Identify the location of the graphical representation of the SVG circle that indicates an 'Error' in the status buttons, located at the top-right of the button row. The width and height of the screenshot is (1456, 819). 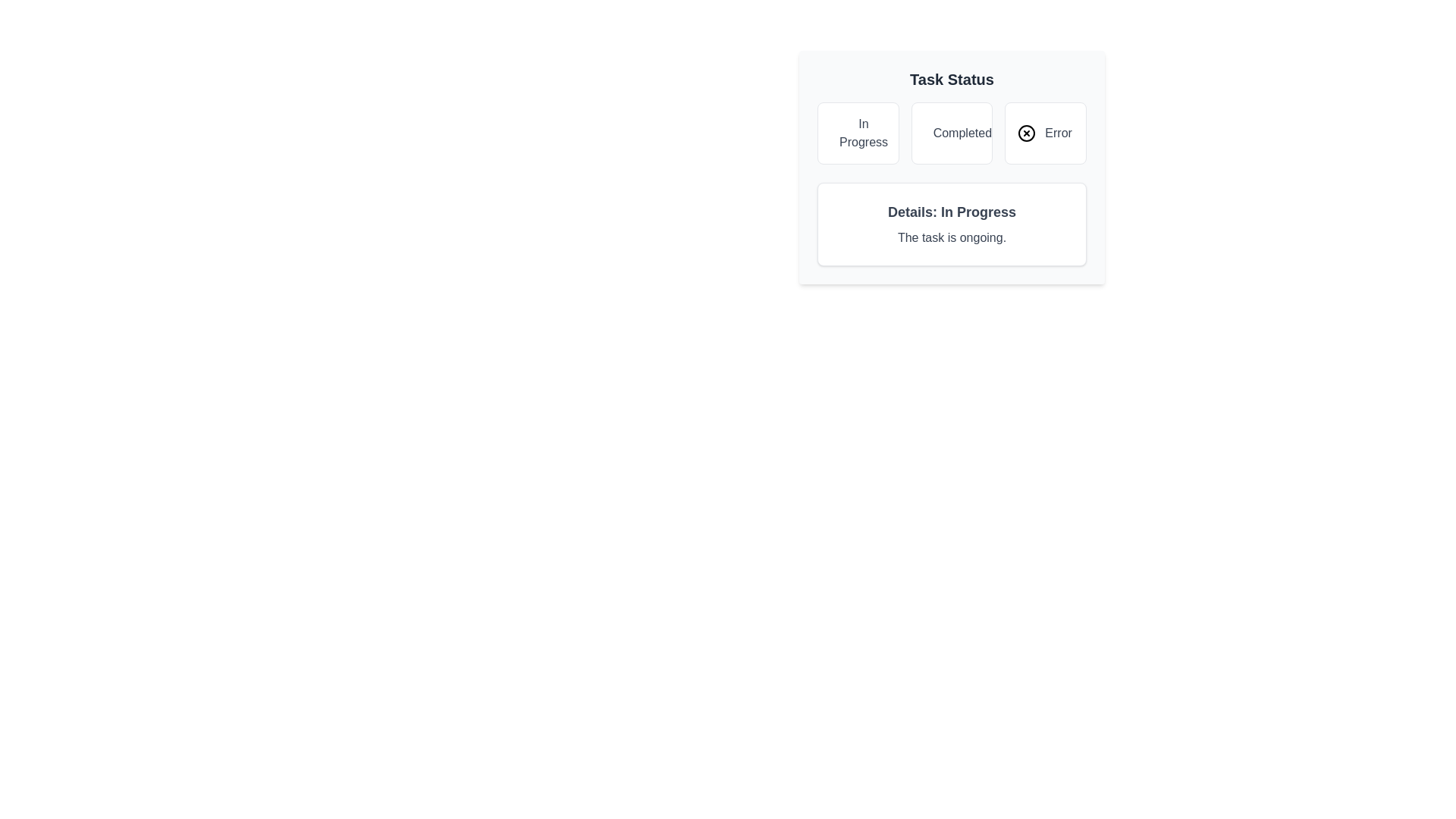
(1027, 133).